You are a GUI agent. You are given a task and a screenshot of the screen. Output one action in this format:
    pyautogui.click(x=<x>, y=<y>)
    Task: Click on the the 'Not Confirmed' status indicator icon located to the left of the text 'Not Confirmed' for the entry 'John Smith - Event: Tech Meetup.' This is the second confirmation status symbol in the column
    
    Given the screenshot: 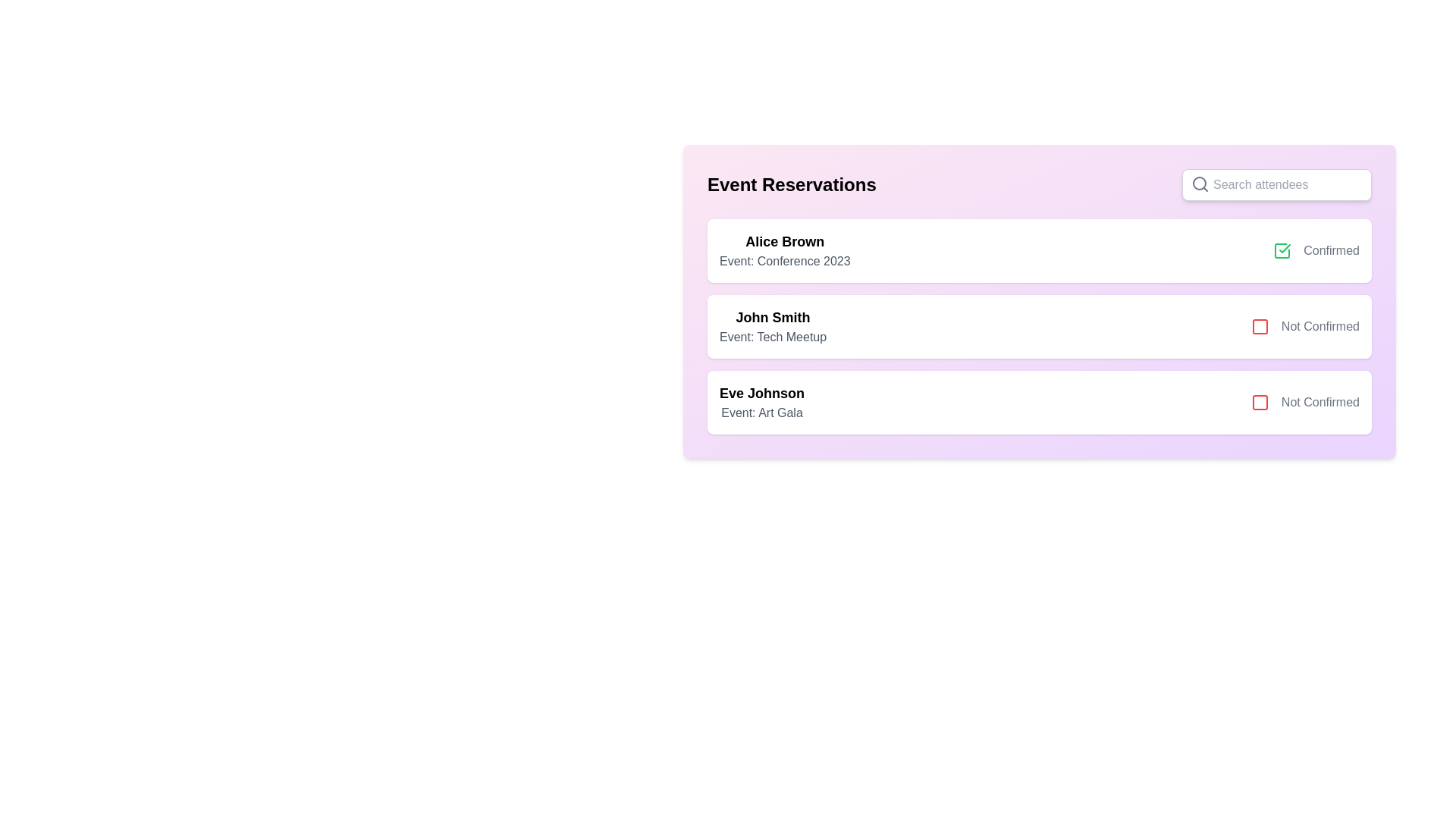 What is the action you would take?
    pyautogui.click(x=1260, y=326)
    